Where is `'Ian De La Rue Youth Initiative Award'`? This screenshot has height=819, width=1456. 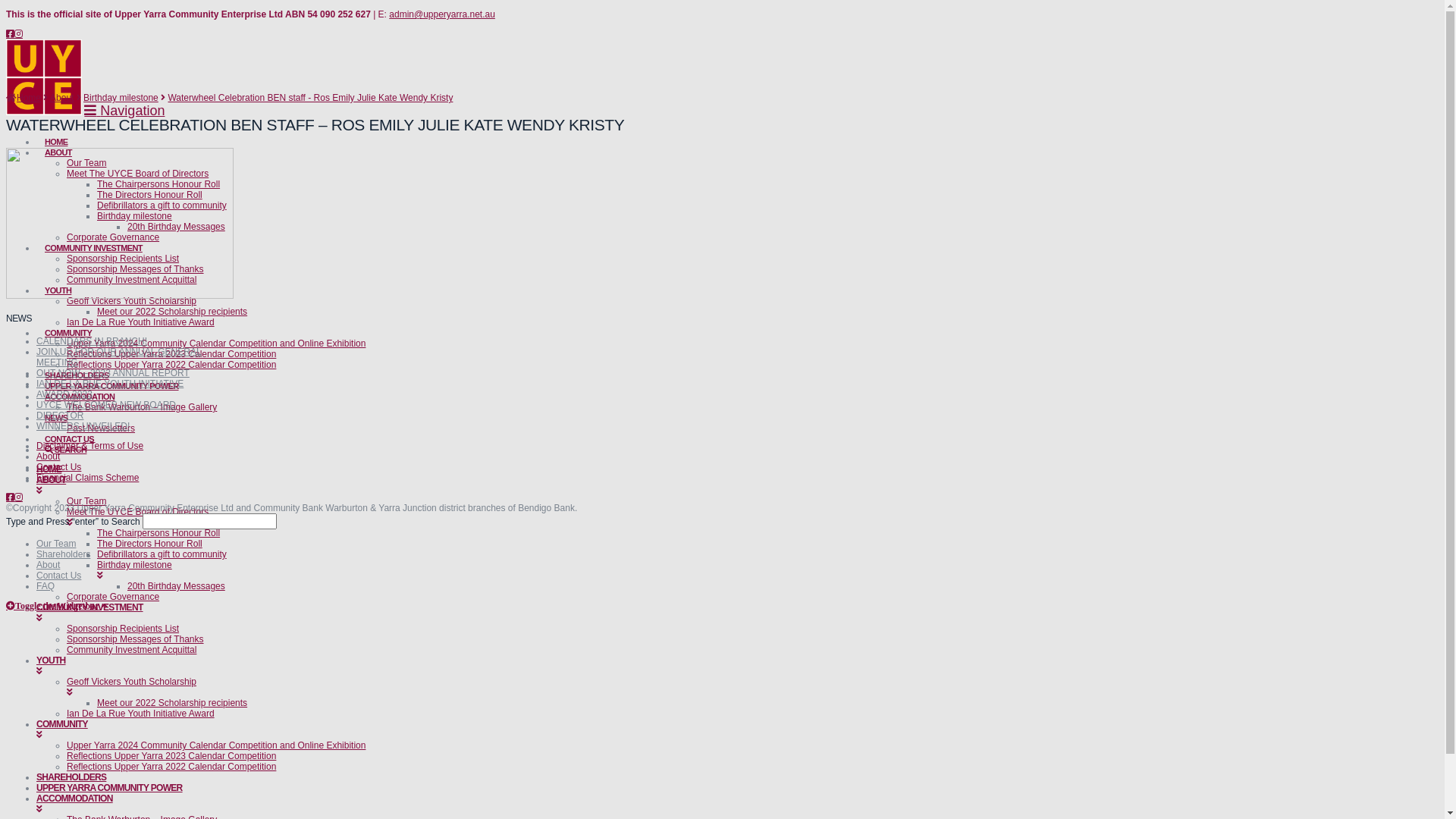
'Ian De La Rue Youth Initiative Award' is located at coordinates (140, 714).